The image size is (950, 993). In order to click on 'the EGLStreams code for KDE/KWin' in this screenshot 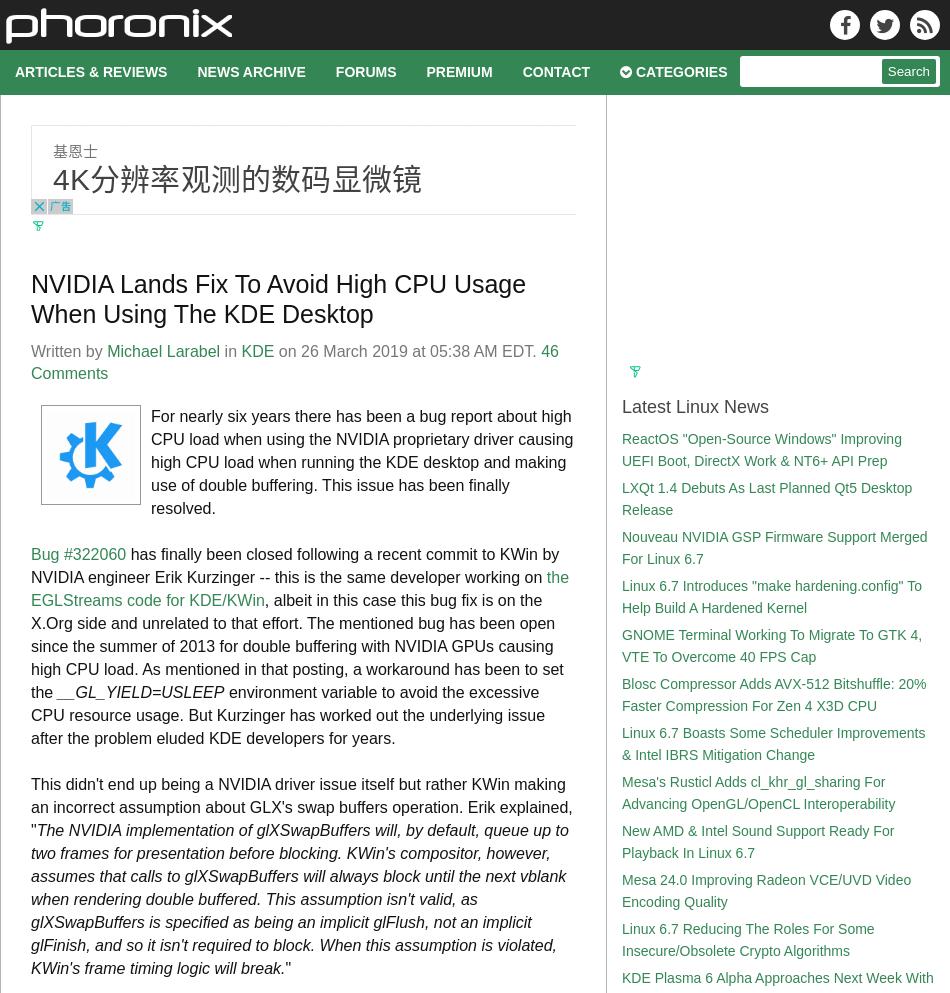, I will do `click(299, 589)`.